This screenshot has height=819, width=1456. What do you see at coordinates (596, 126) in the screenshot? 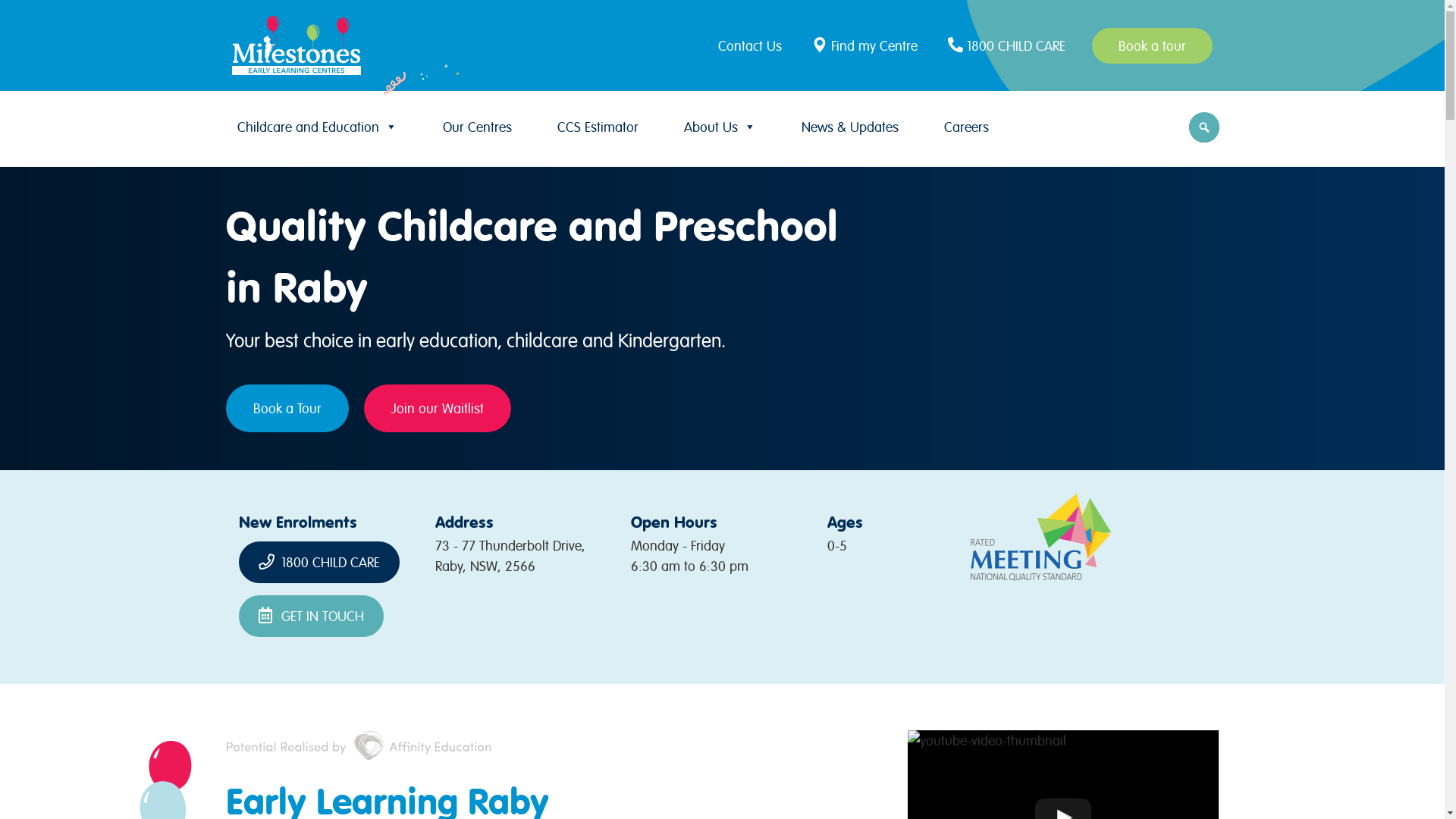
I see `'CCS Estimator'` at bounding box center [596, 126].